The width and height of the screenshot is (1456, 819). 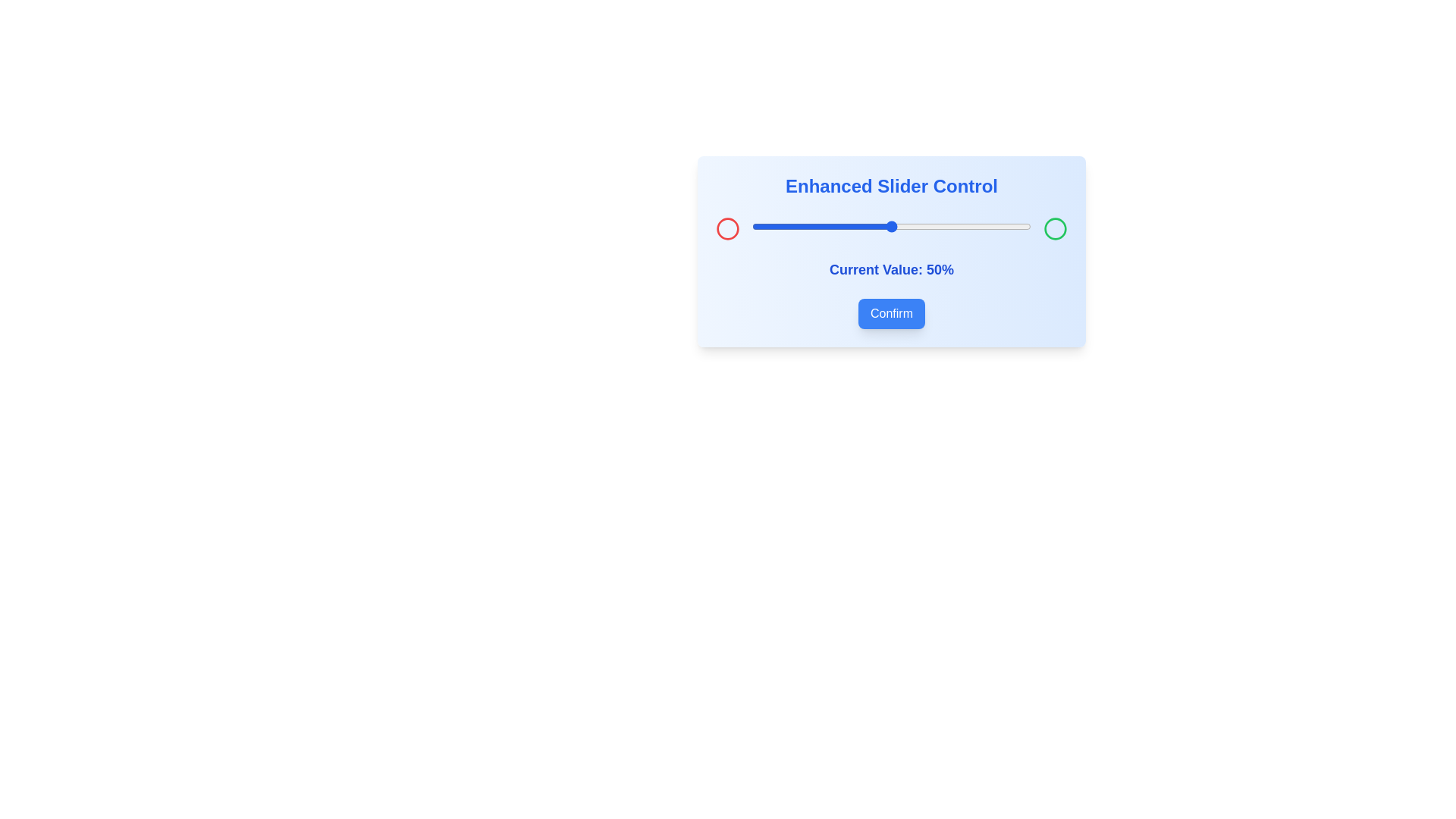 I want to click on the text label displaying 'Current Value: 50%' which is centrally located in the light blue panel below the slider control, so click(x=892, y=268).